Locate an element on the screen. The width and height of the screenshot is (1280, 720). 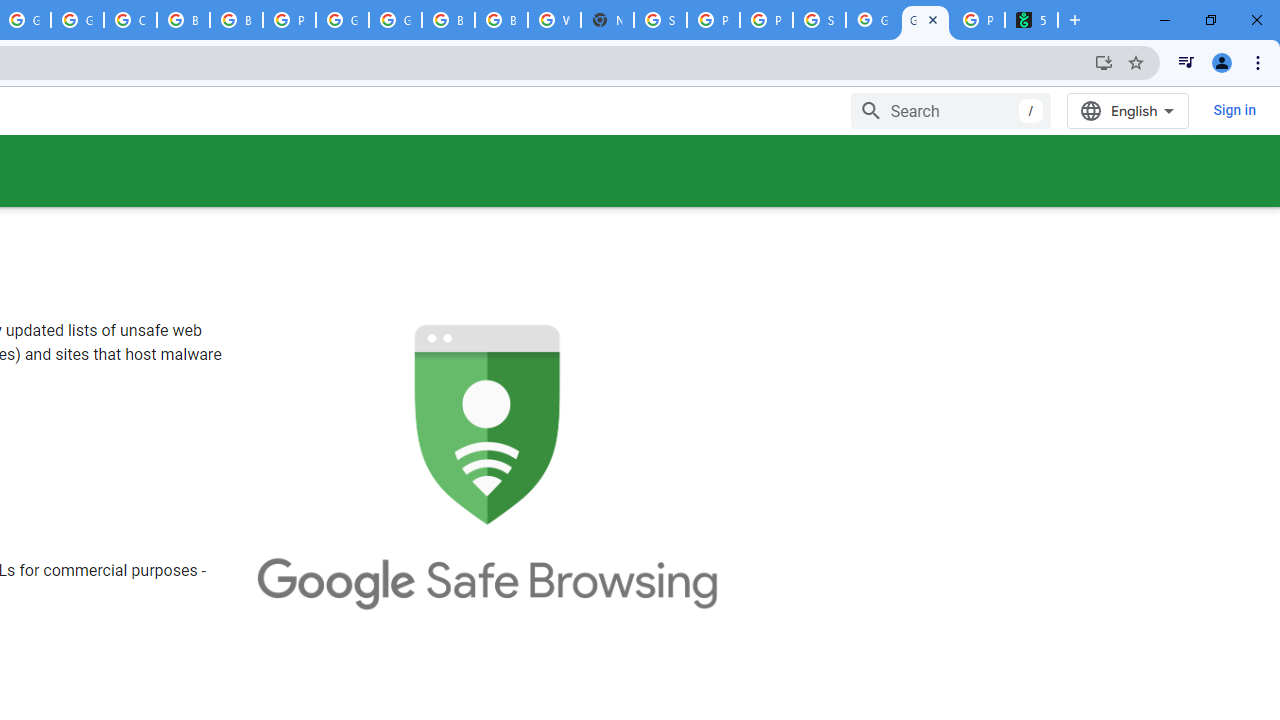
'Install Google Developers' is located at coordinates (1103, 61).